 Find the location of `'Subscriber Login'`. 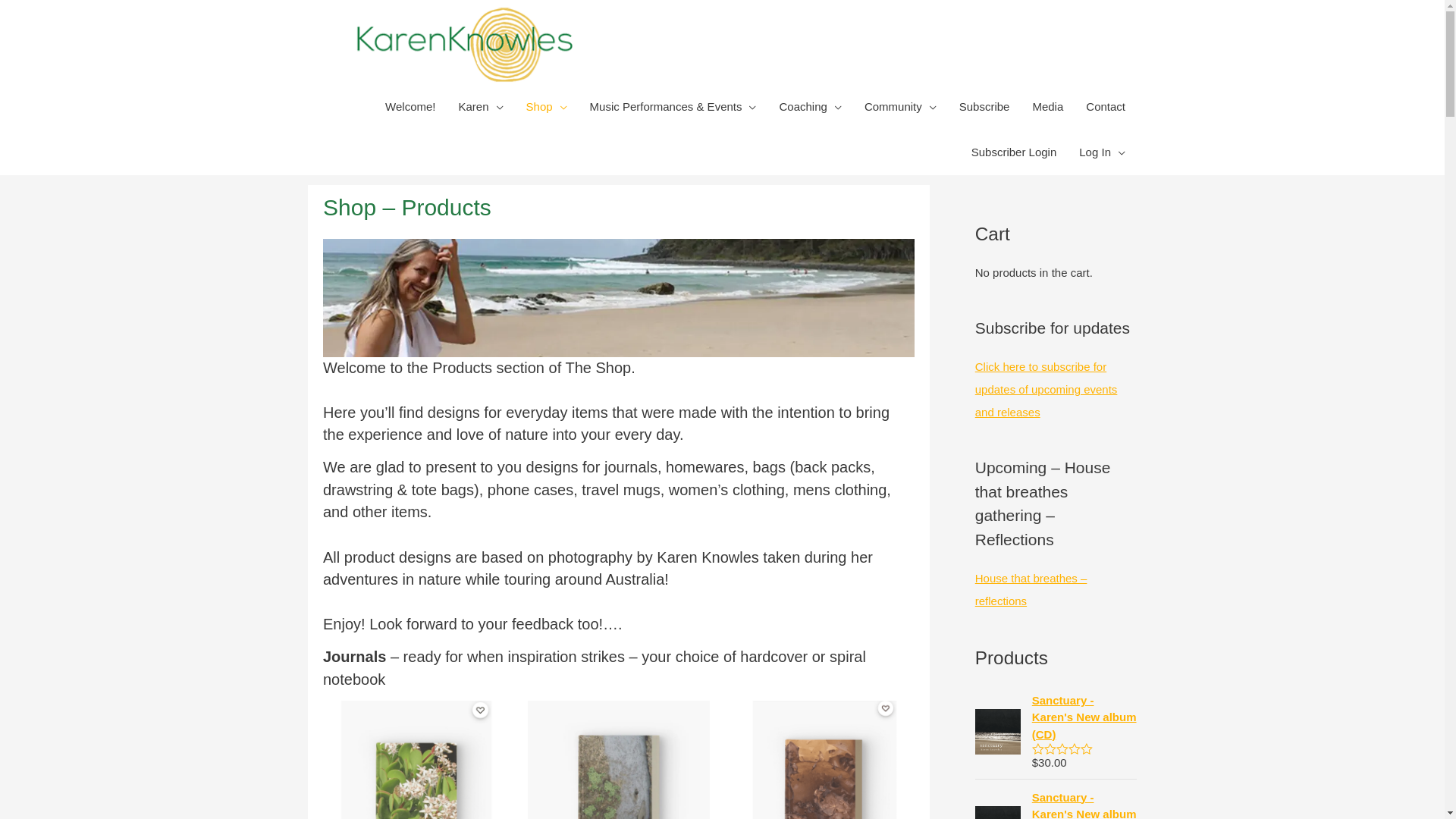

'Subscriber Login' is located at coordinates (1014, 152).